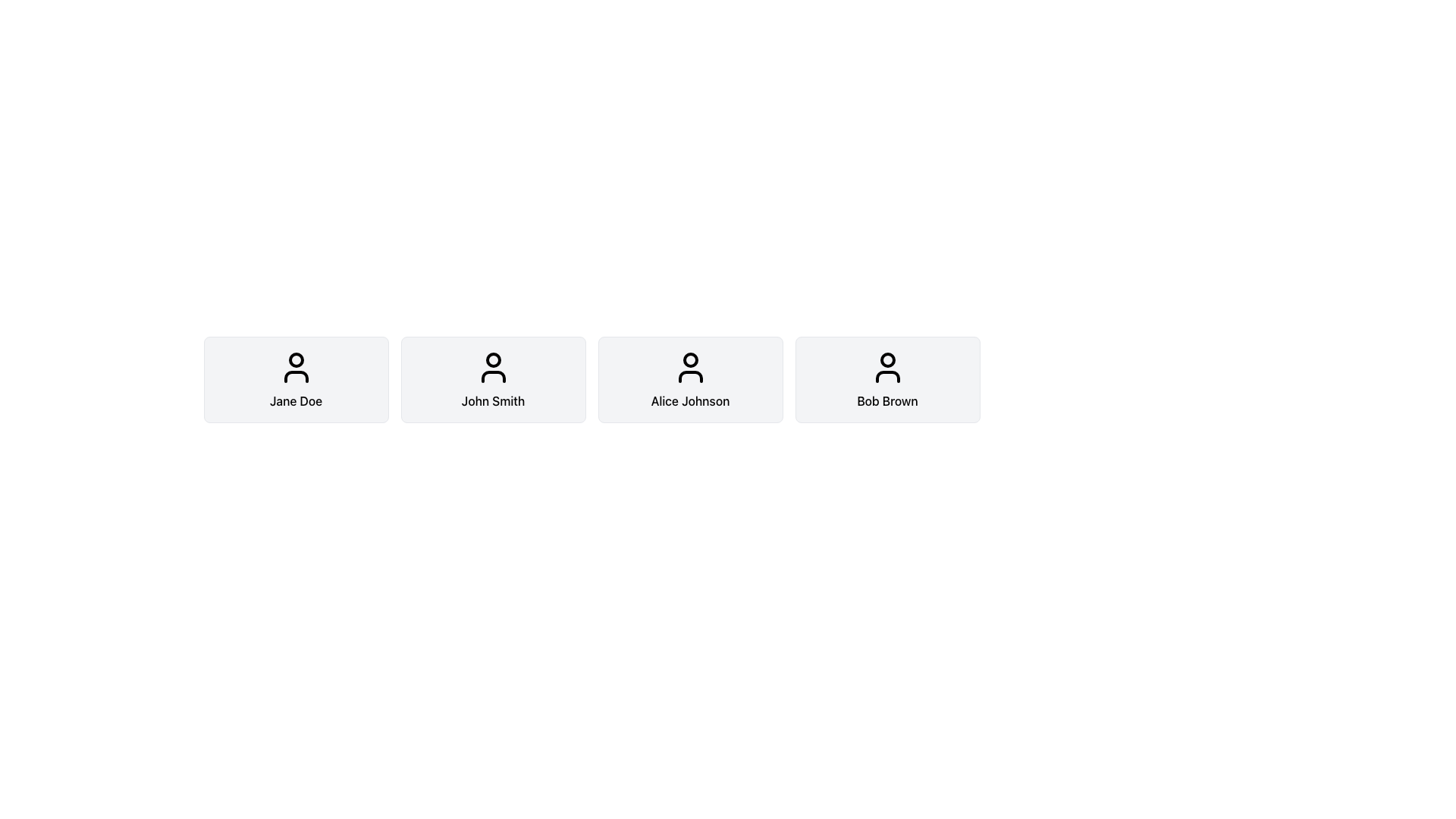 The width and height of the screenshot is (1456, 819). I want to click on the lower segment of the user profile icon for 'Bob Brown', which resembles shoulders or a torso and is located in the fourth card from the left, so click(887, 376).